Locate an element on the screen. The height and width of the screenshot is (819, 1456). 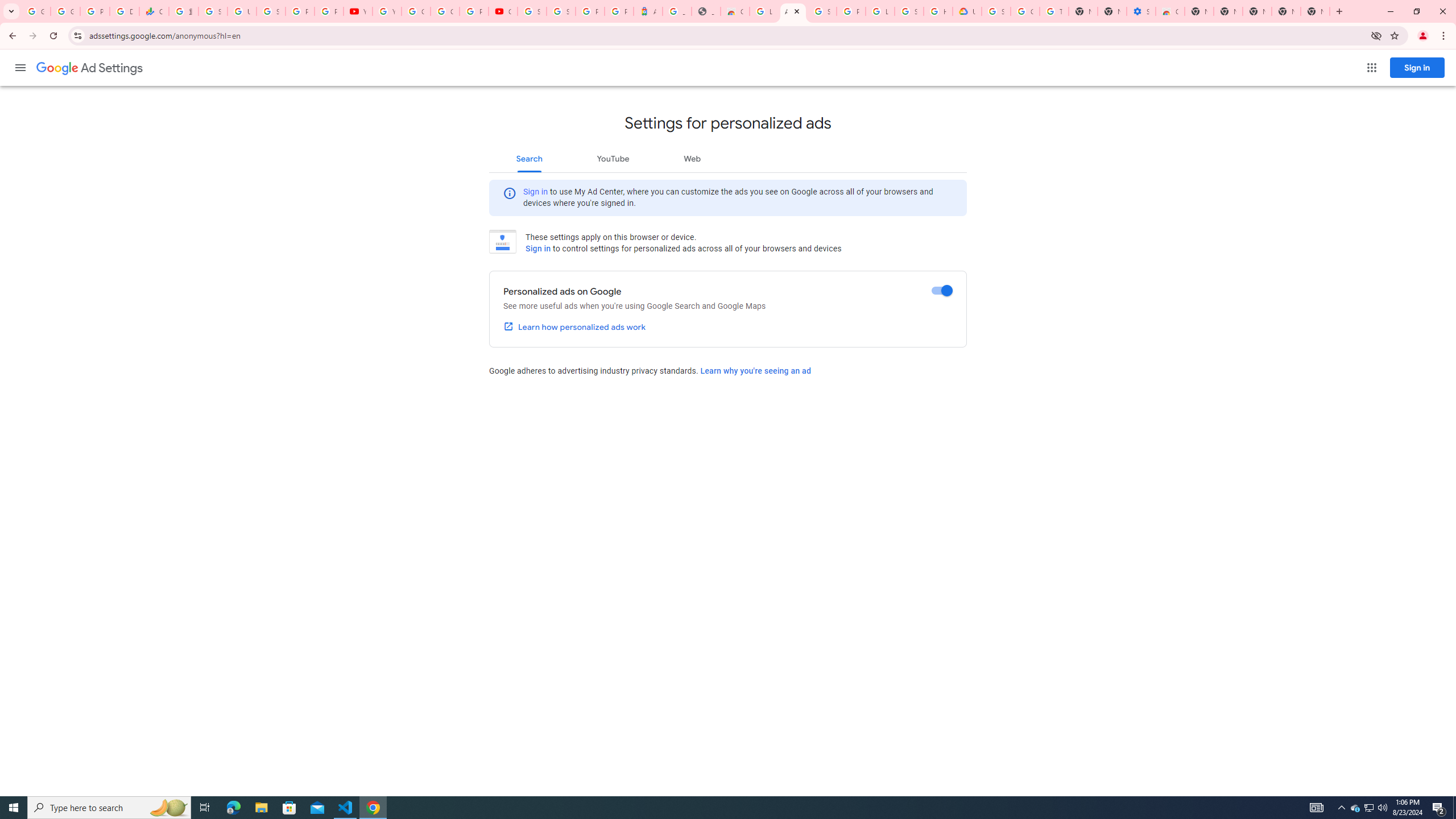
'Ad Settings' is located at coordinates (89, 68).